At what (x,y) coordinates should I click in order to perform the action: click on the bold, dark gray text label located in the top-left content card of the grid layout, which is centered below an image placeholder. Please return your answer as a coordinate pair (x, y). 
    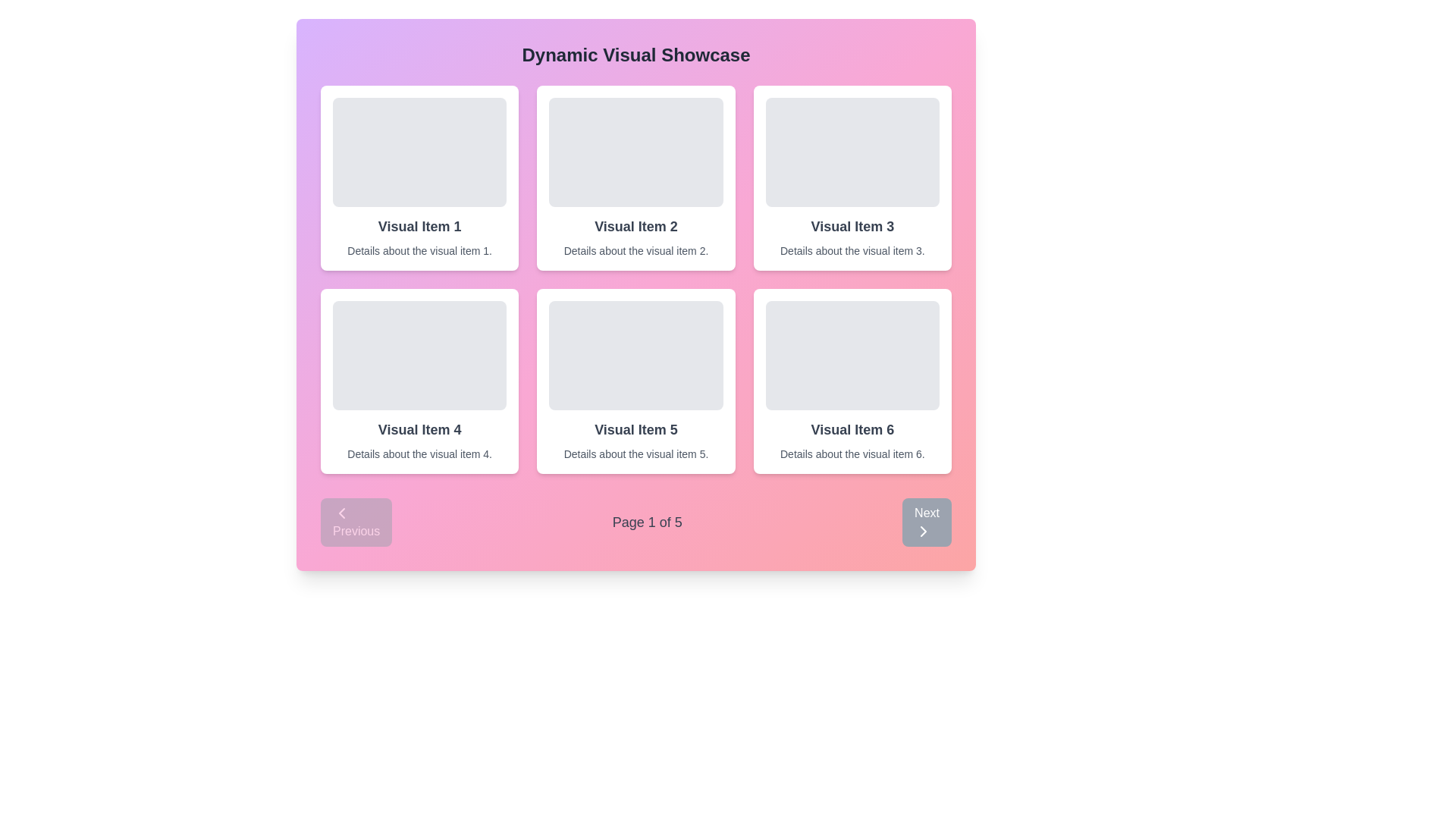
    Looking at the image, I should click on (419, 227).